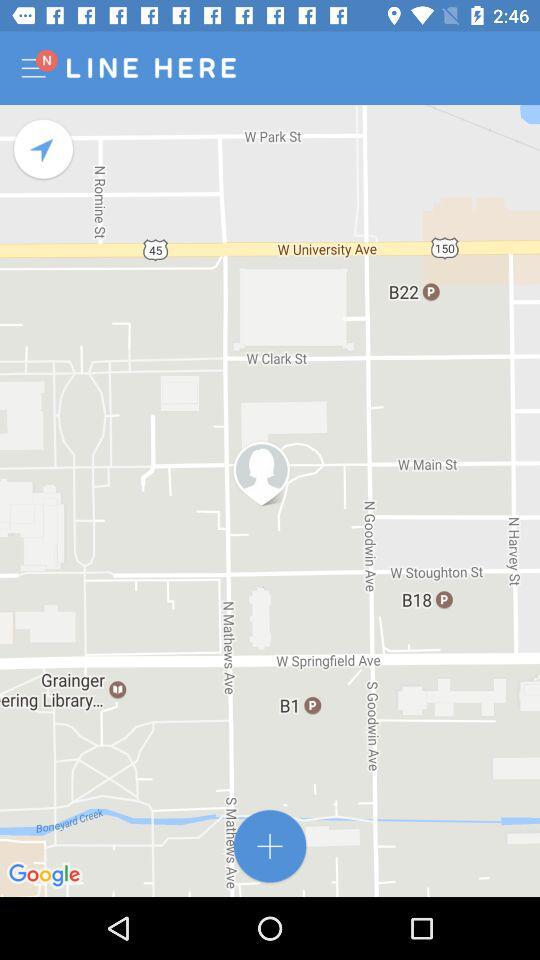 This screenshot has width=540, height=960. Describe the element at coordinates (44, 148) in the screenshot. I see `the navigation icon` at that location.